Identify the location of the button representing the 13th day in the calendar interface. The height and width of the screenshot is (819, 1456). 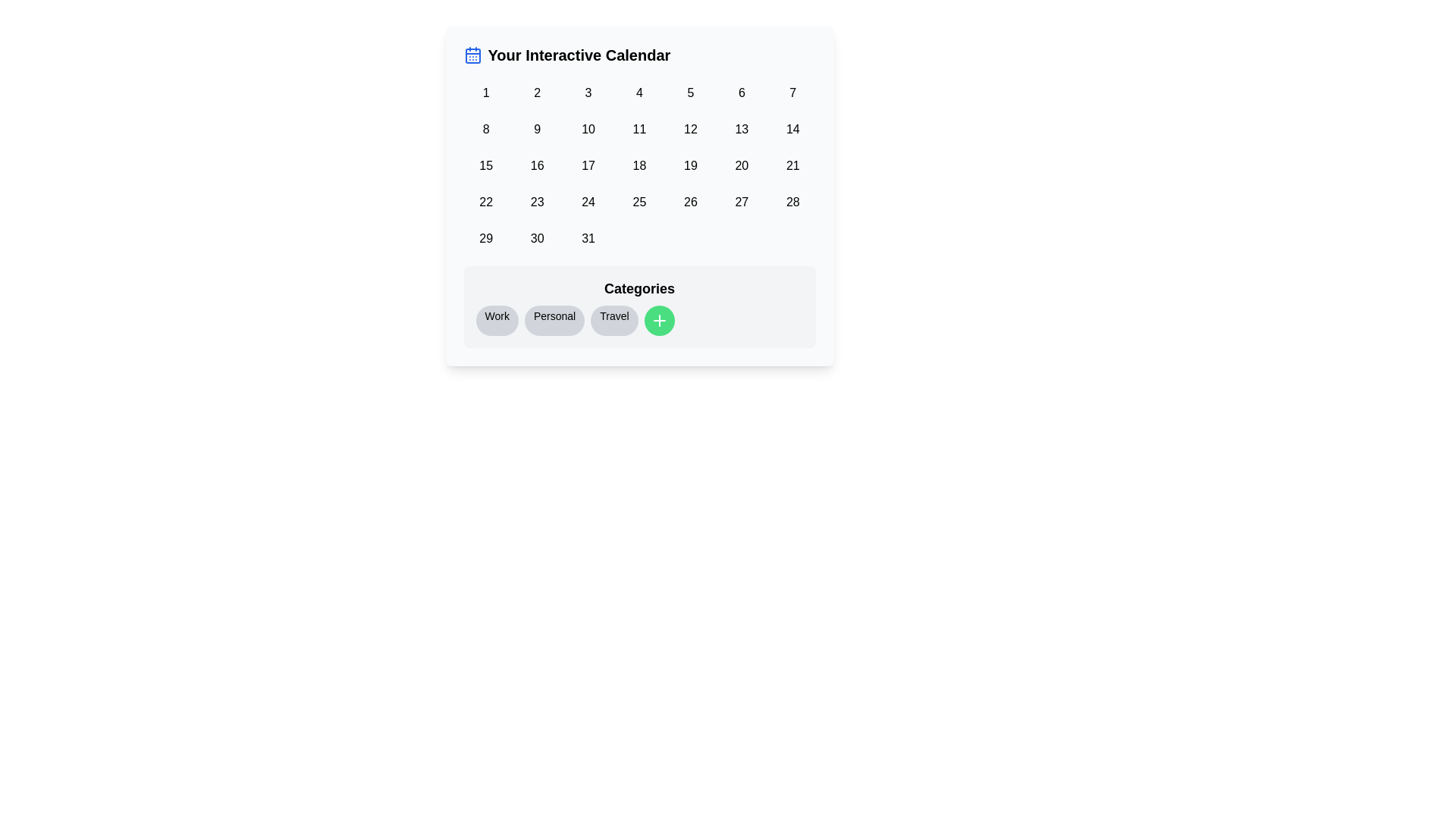
(742, 128).